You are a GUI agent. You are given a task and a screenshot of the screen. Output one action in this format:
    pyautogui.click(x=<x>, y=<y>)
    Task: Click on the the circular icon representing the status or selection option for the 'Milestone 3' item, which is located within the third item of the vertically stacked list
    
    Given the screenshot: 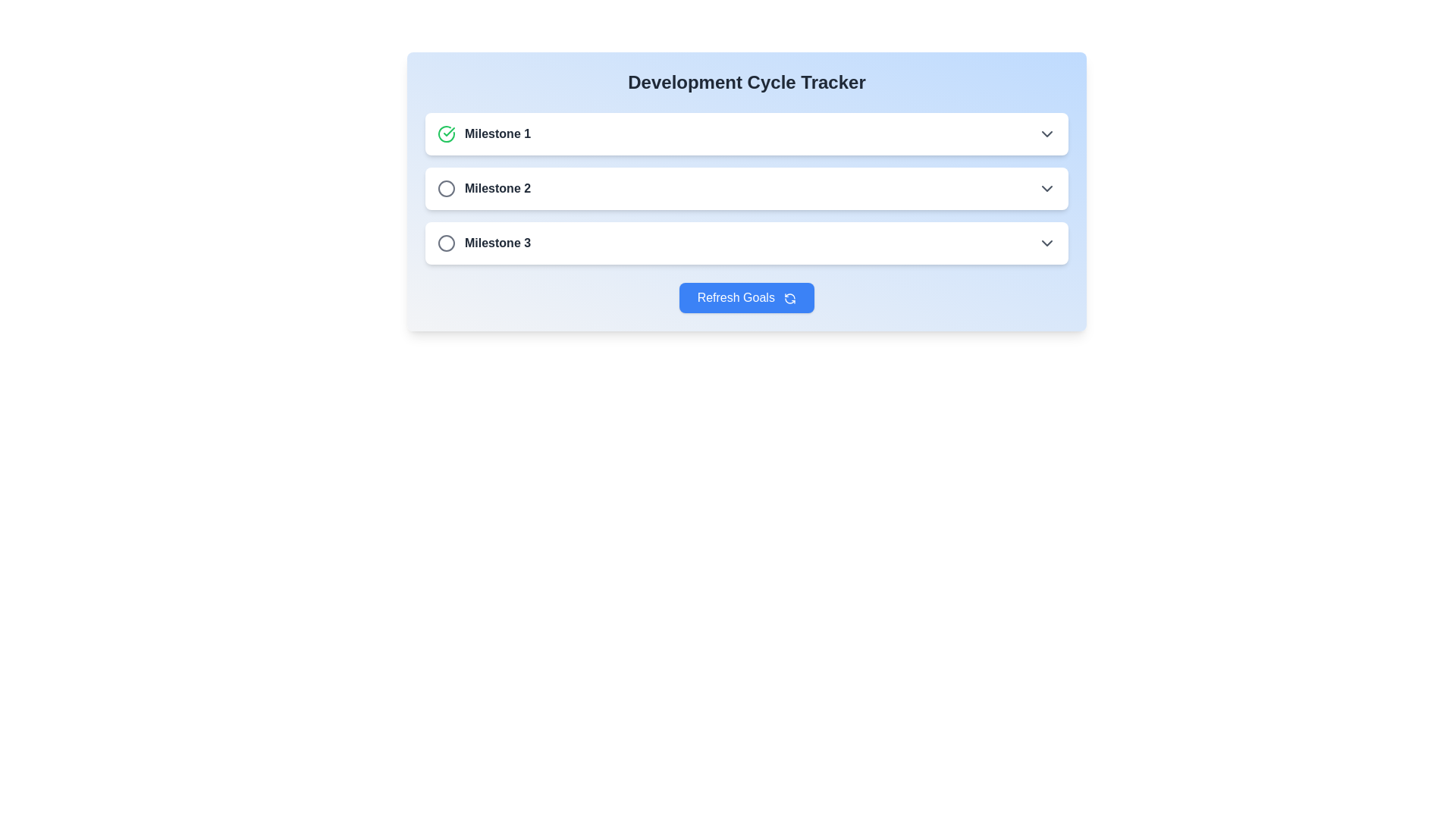 What is the action you would take?
    pyautogui.click(x=446, y=242)
    